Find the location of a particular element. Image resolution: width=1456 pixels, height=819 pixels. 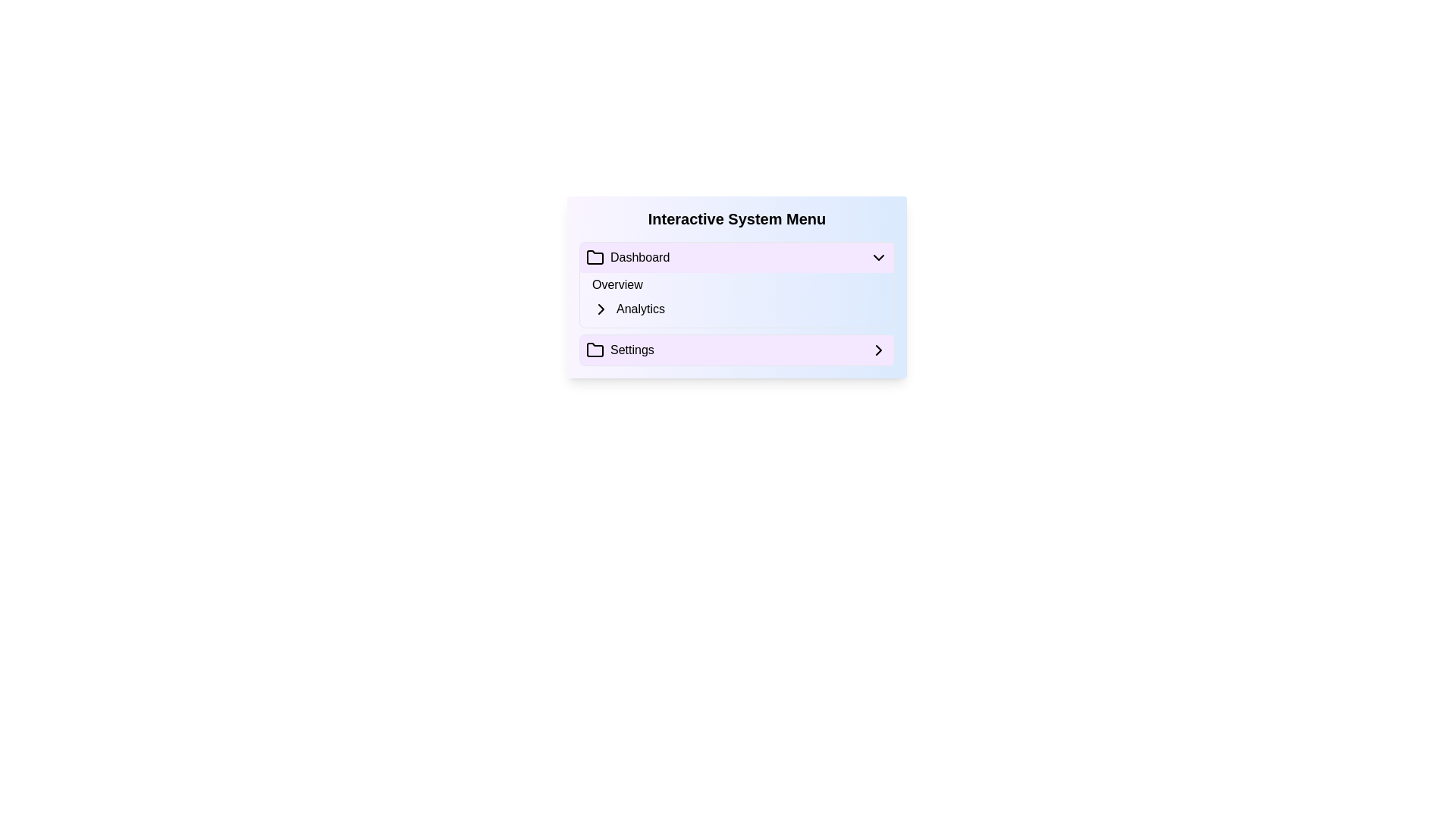

the navigation button located below the 'Analytics' button is located at coordinates (736, 350).